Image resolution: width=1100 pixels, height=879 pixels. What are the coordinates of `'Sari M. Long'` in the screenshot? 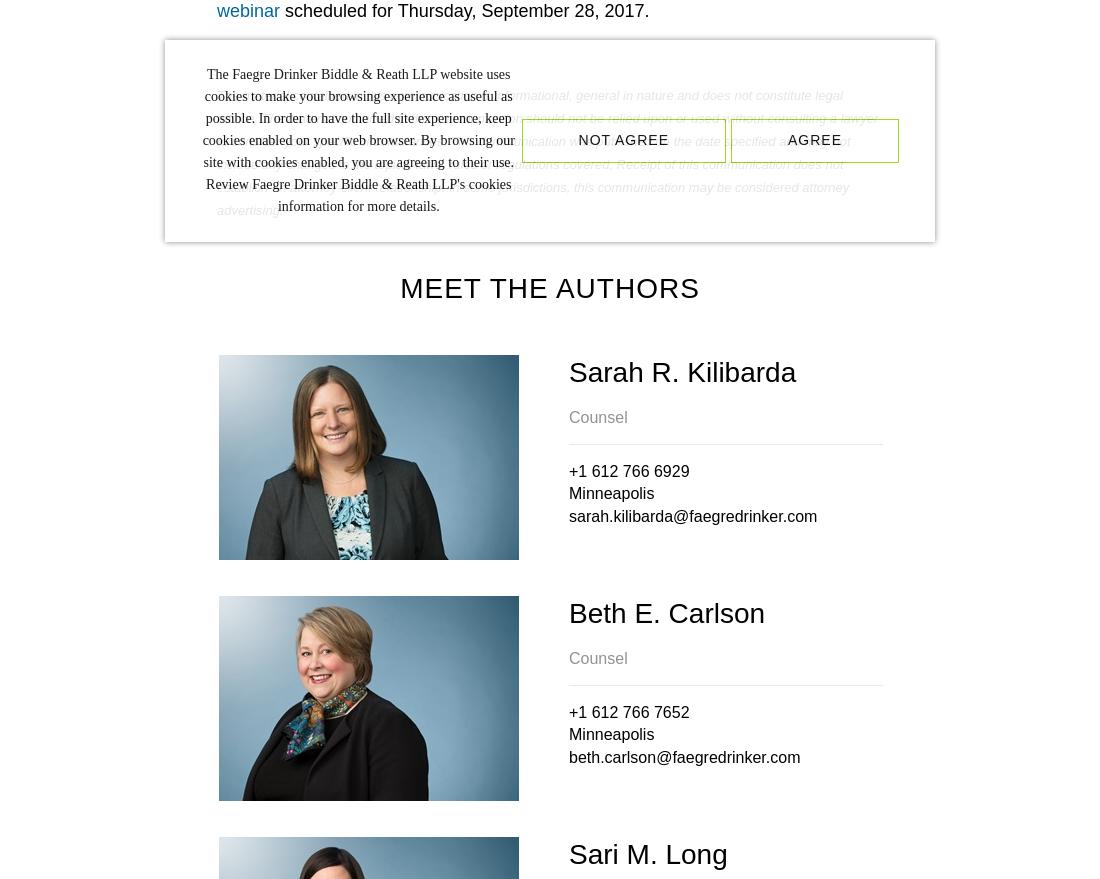 It's located at (568, 854).